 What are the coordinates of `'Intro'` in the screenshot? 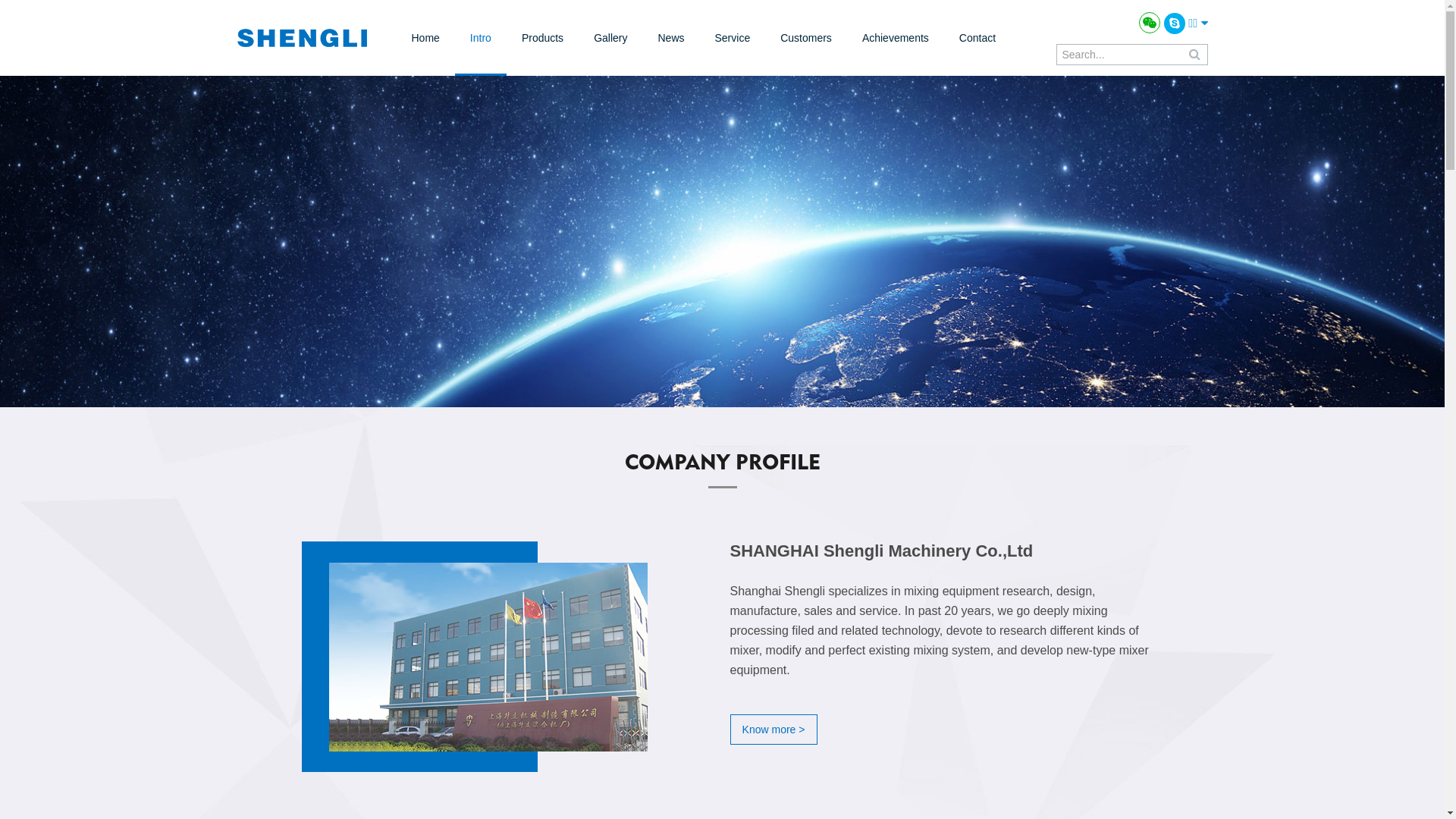 It's located at (479, 37).